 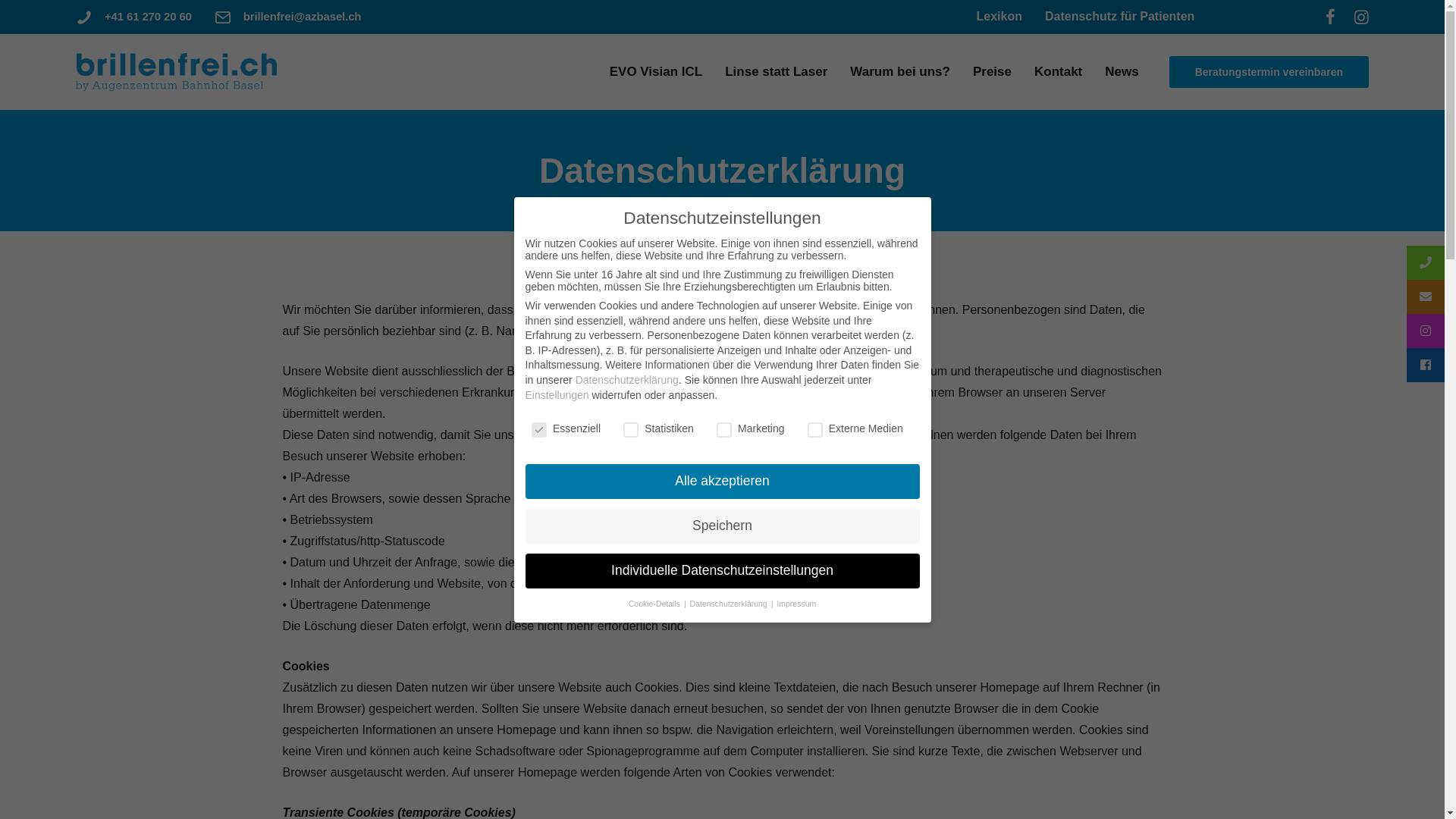 I want to click on 'Warum bei uns?', so click(x=841, y=71).